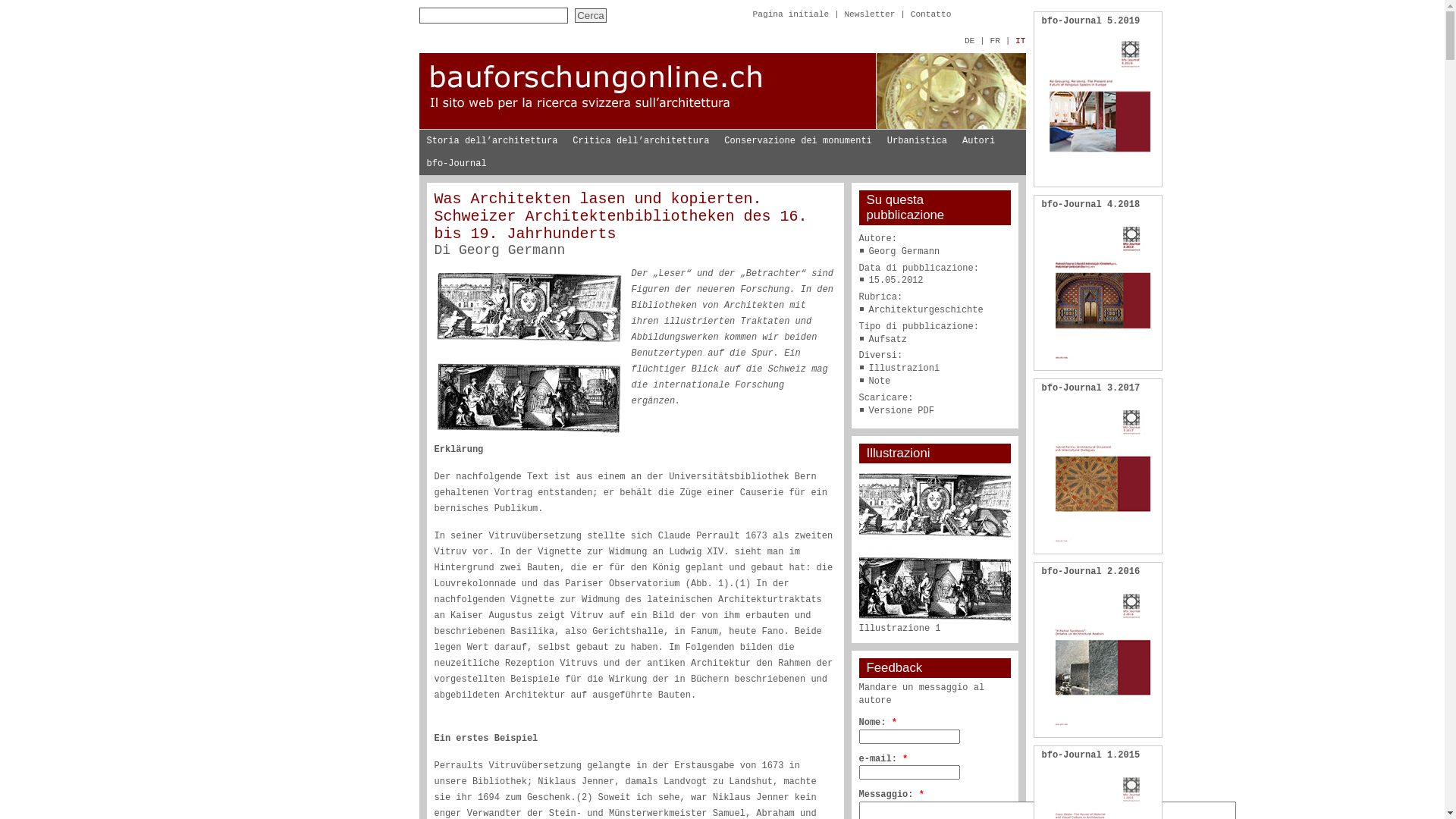  I want to click on 'Illustrazioni', so click(869, 369).